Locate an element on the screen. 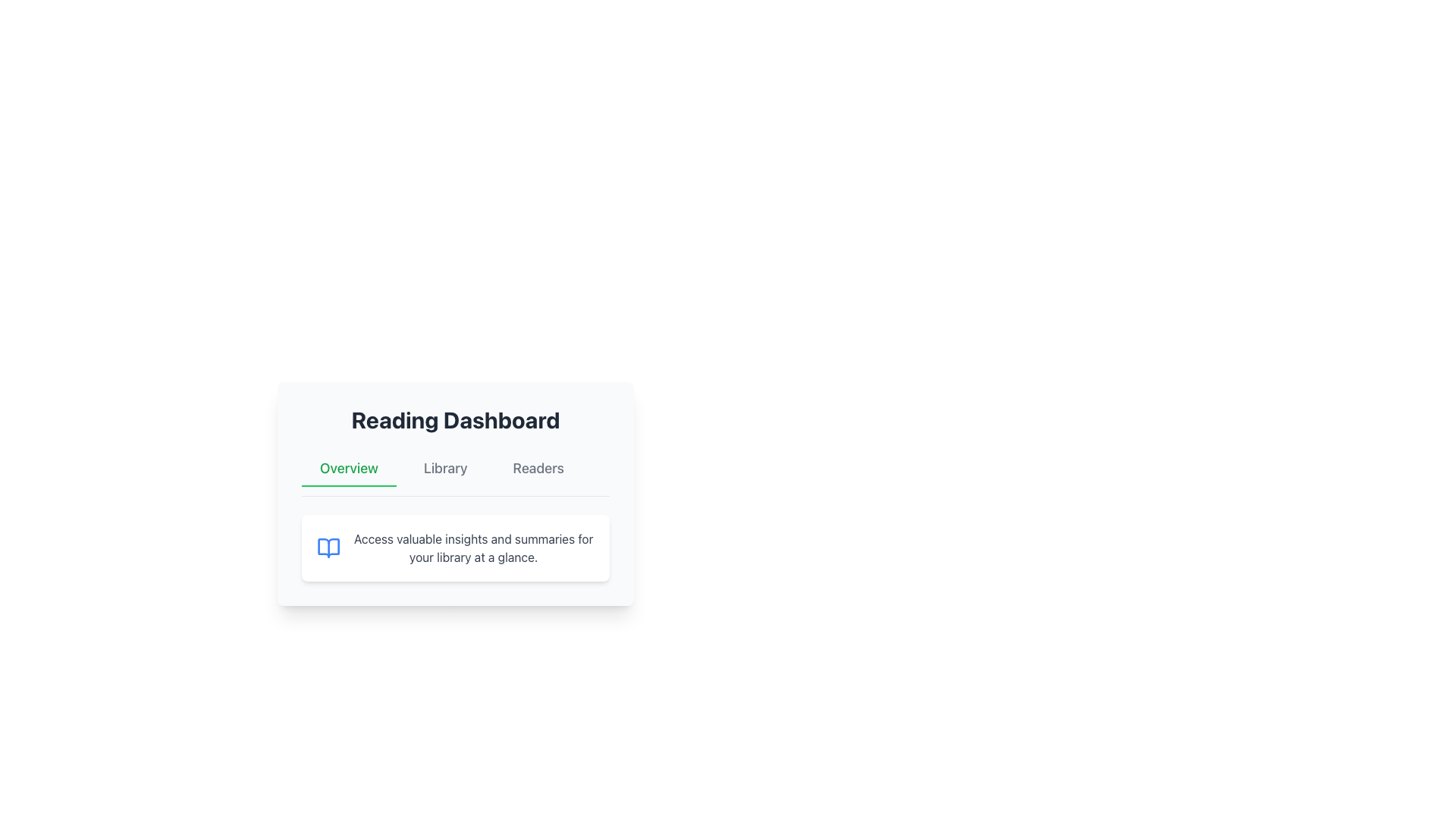  the second button in the horizontal navigation bar below the 'Reading Dashboard' header is located at coordinates (444, 468).